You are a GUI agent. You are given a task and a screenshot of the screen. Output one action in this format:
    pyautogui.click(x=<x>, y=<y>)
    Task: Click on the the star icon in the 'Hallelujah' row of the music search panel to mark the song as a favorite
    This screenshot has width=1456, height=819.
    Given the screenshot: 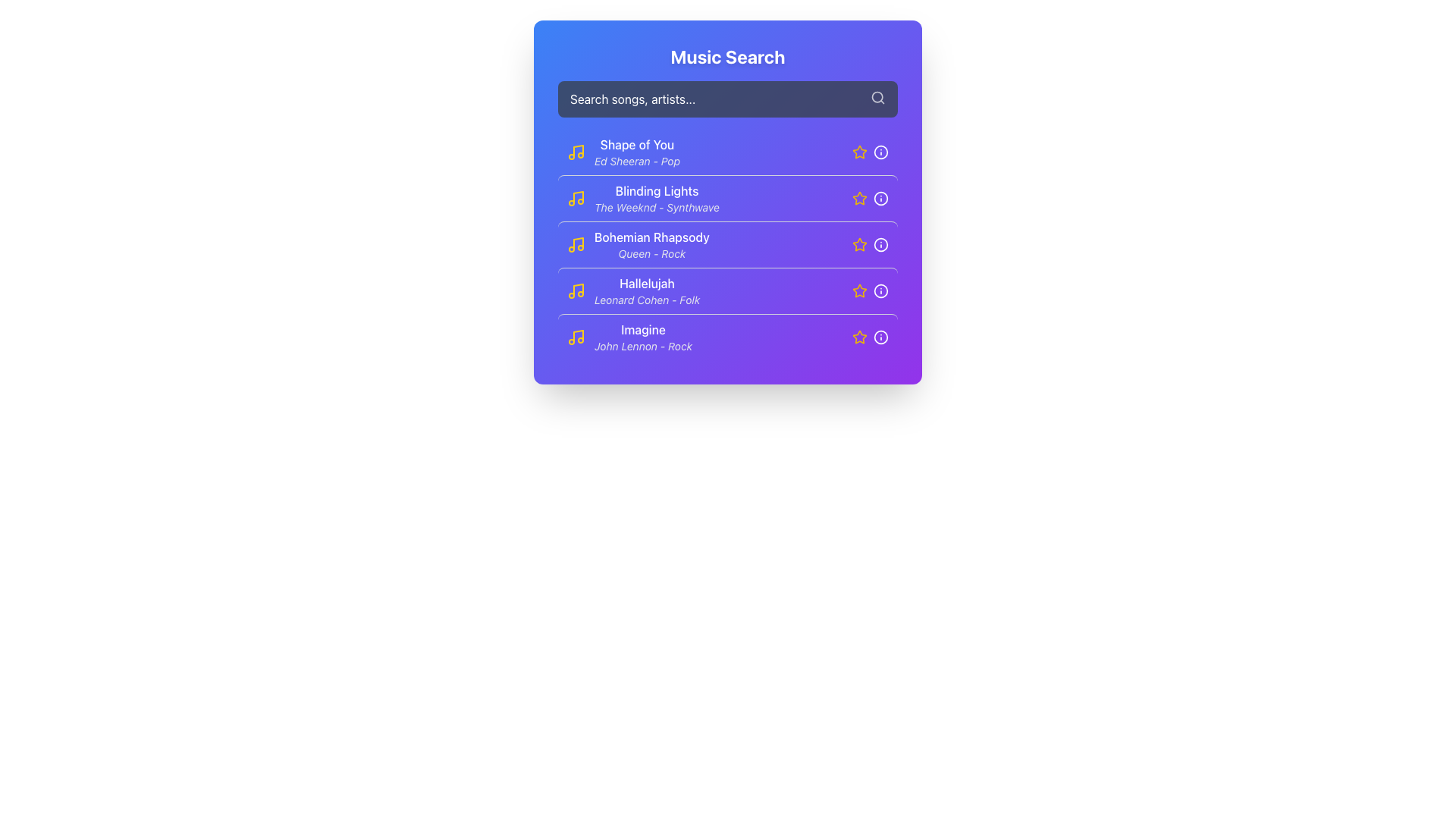 What is the action you would take?
    pyautogui.click(x=859, y=291)
    